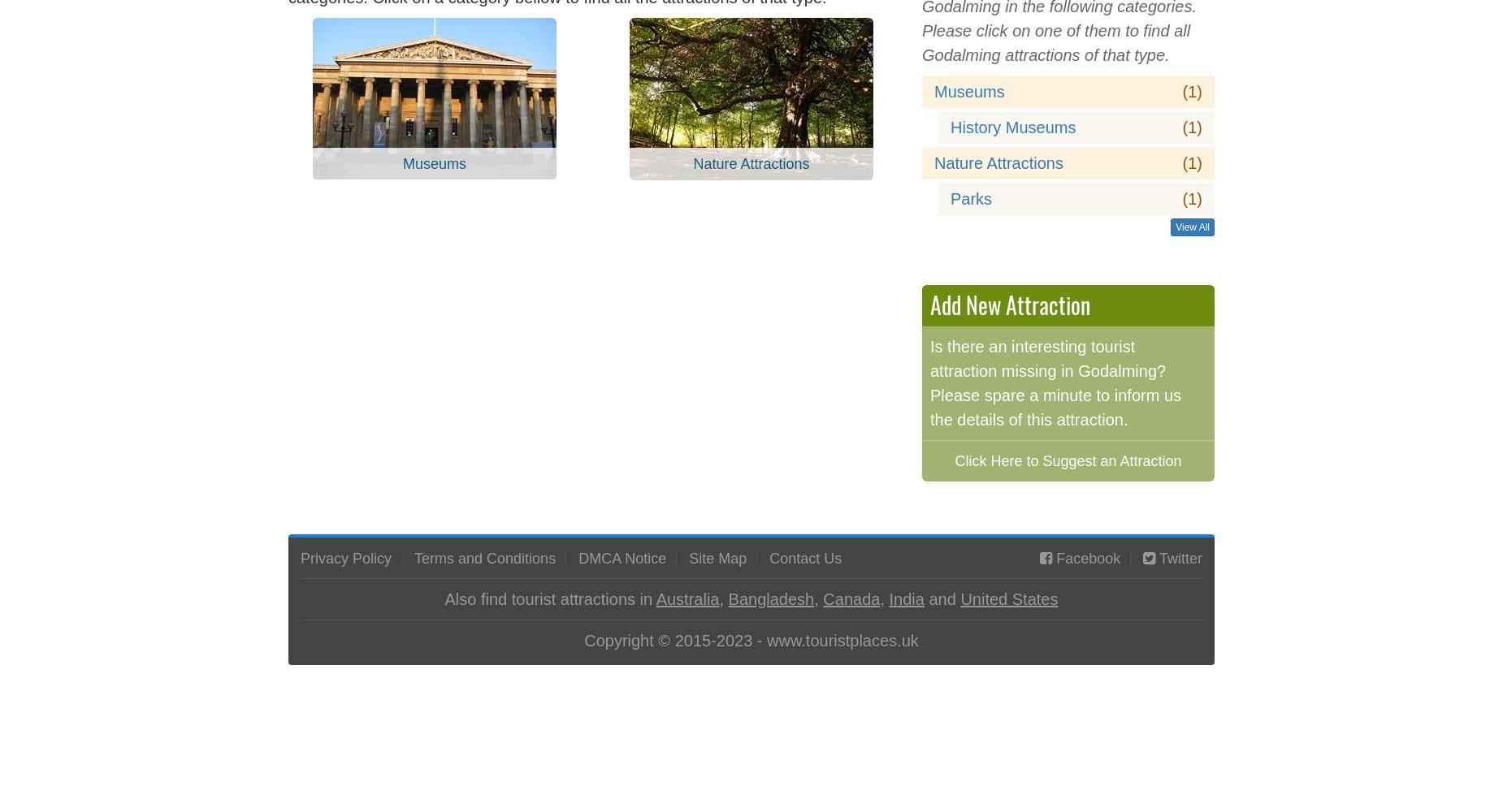 This screenshot has width=1503, height=812. I want to click on 'Privacy Policy', so click(300, 558).